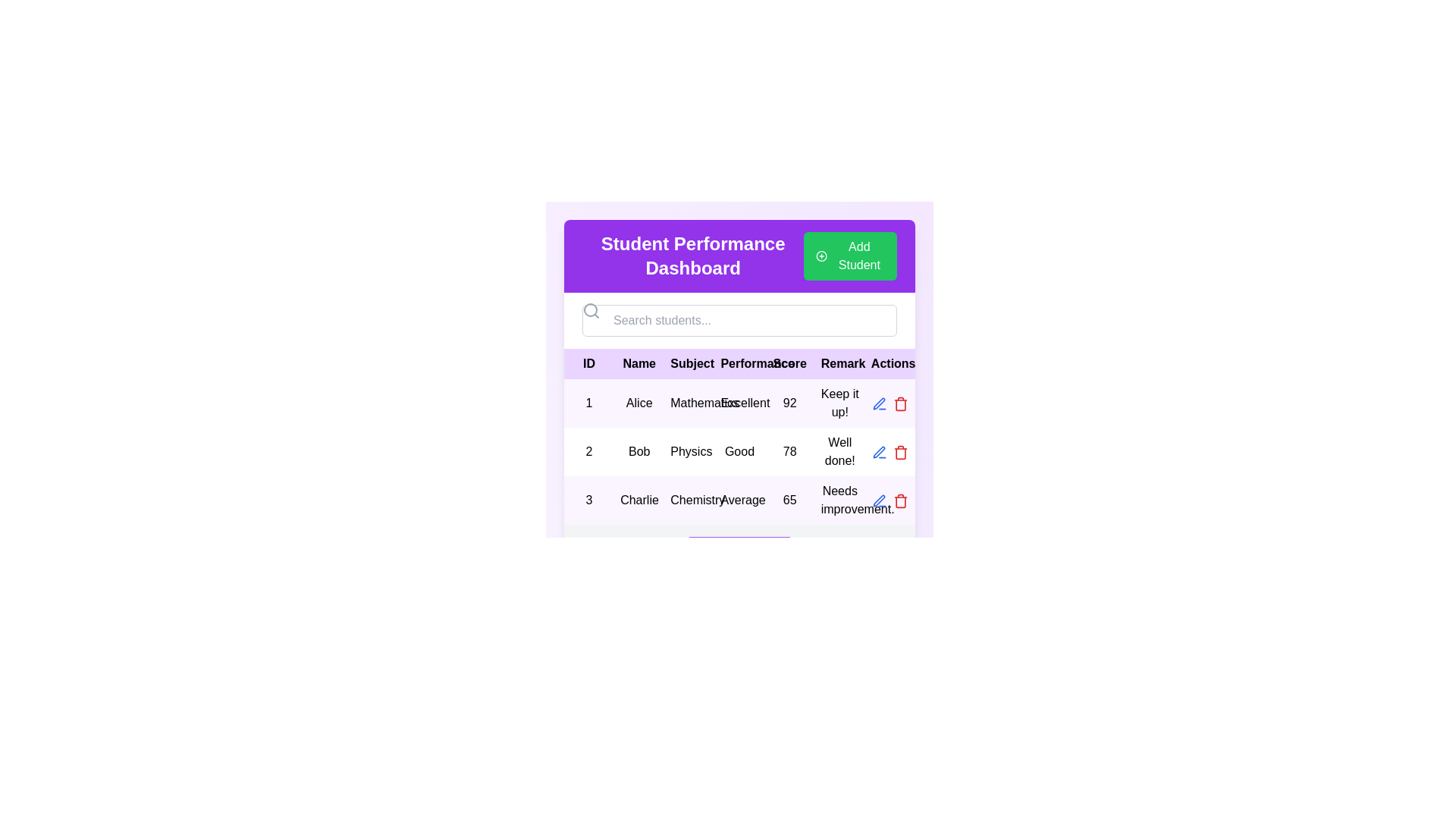 The width and height of the screenshot is (1456, 819). What do you see at coordinates (900, 451) in the screenshot?
I see `the small red trash can icon in the 'Actions' column of the second row` at bounding box center [900, 451].